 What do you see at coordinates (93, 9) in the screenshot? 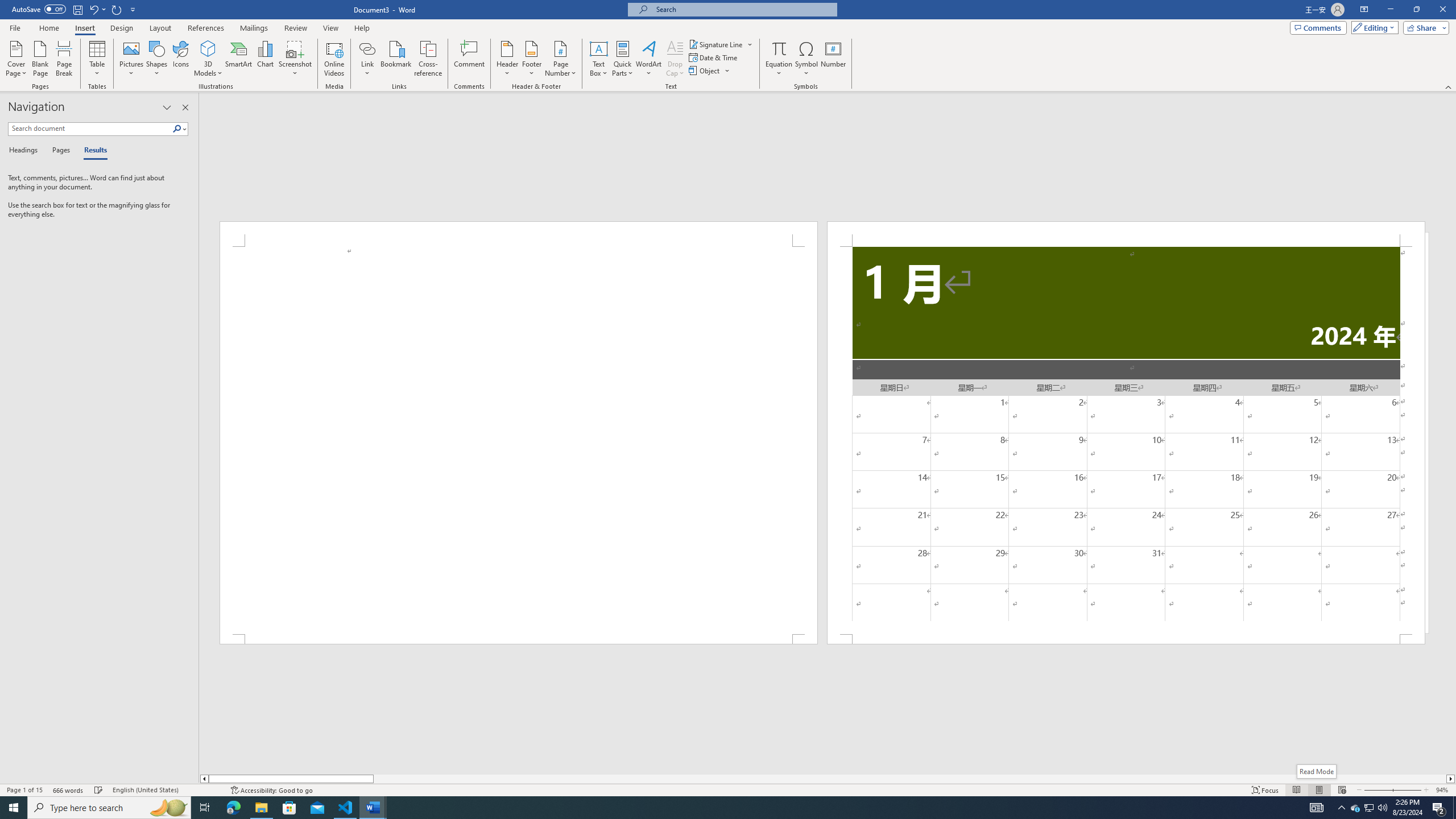
I see `'Undo New Page'` at bounding box center [93, 9].